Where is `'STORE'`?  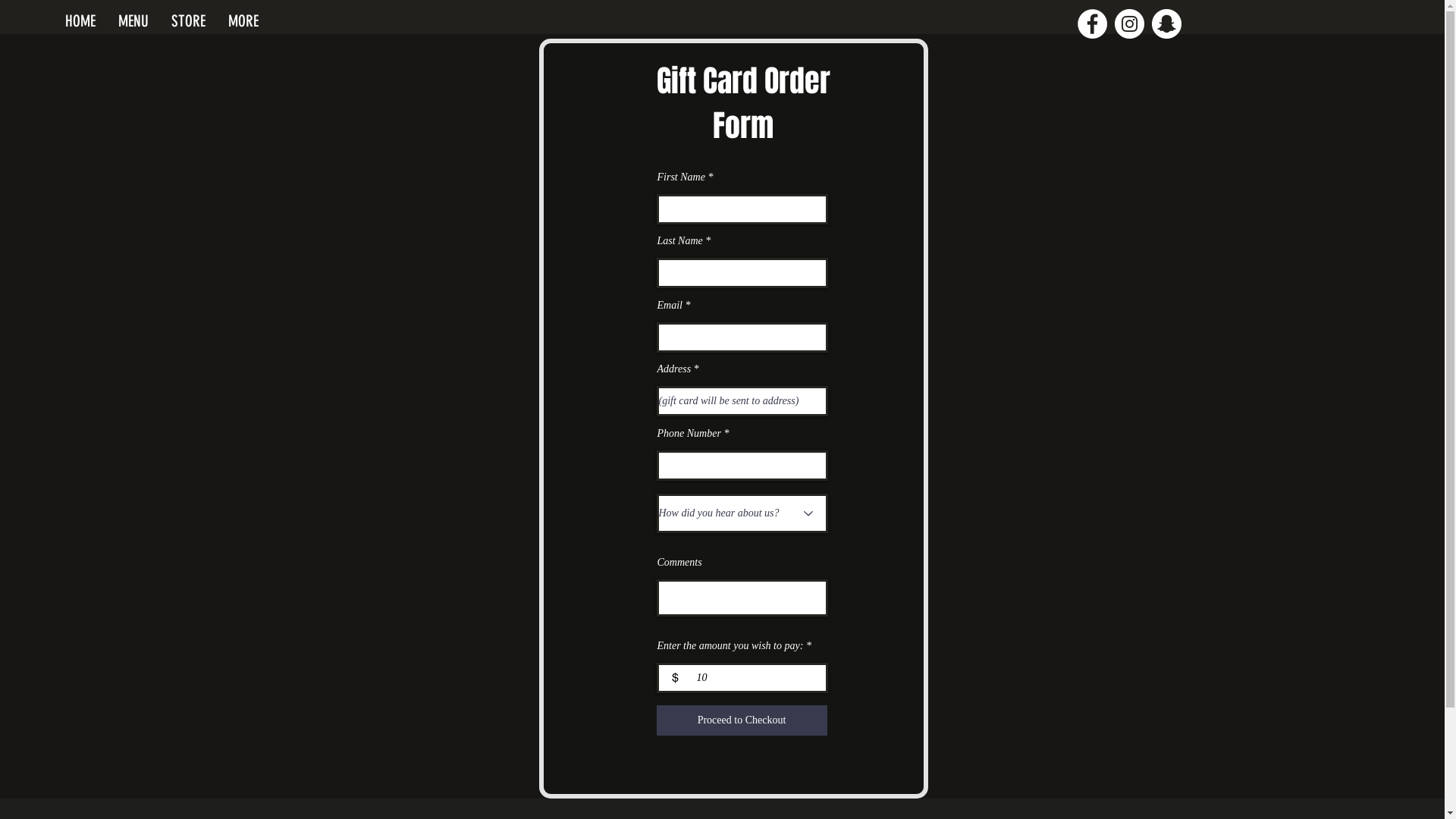
'STORE' is located at coordinates (187, 20).